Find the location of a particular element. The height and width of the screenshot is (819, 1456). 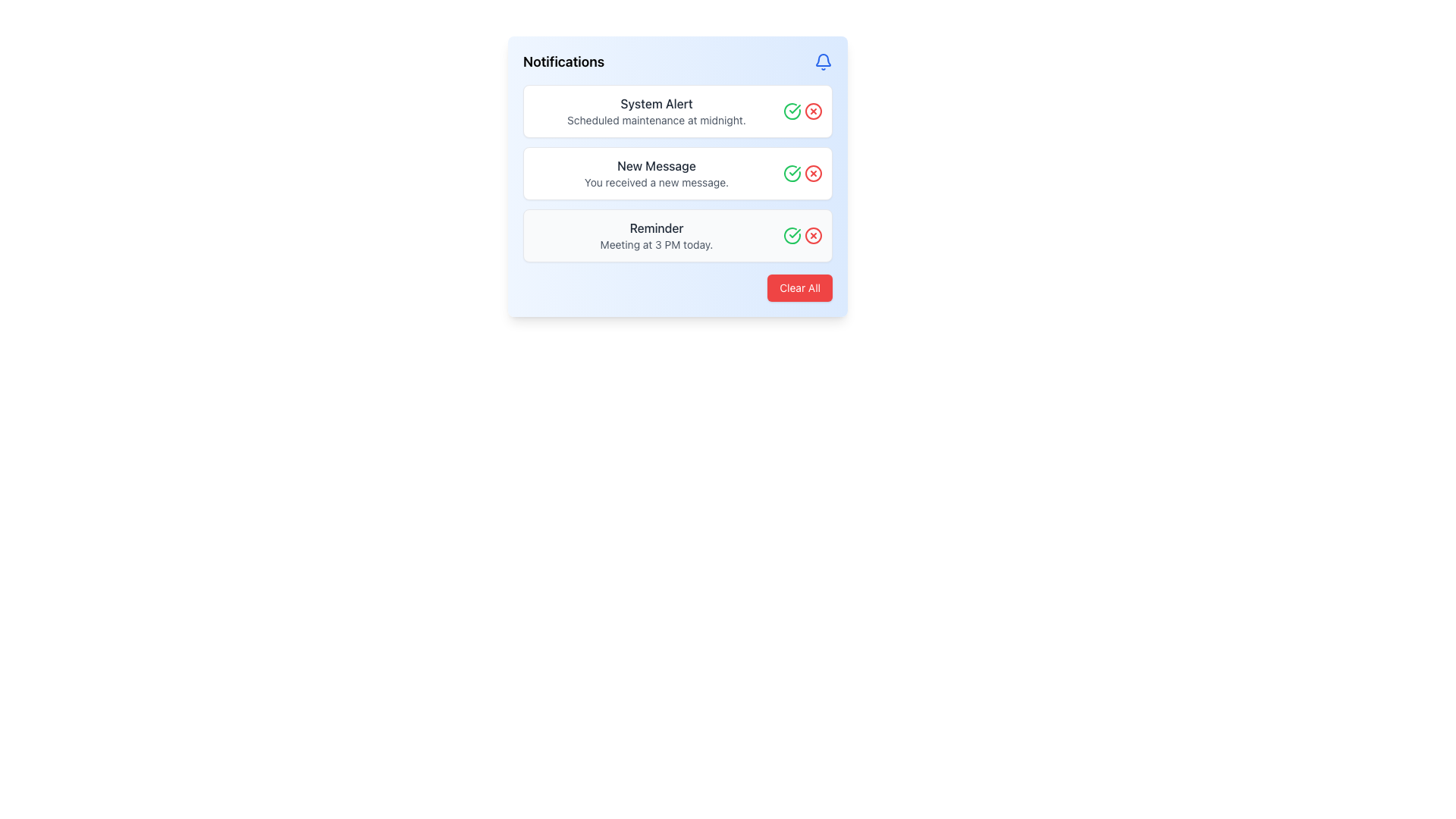

the 'System Alert' text display notification, which contains 'Scheduled maintenance at midnight.' is located at coordinates (656, 110).